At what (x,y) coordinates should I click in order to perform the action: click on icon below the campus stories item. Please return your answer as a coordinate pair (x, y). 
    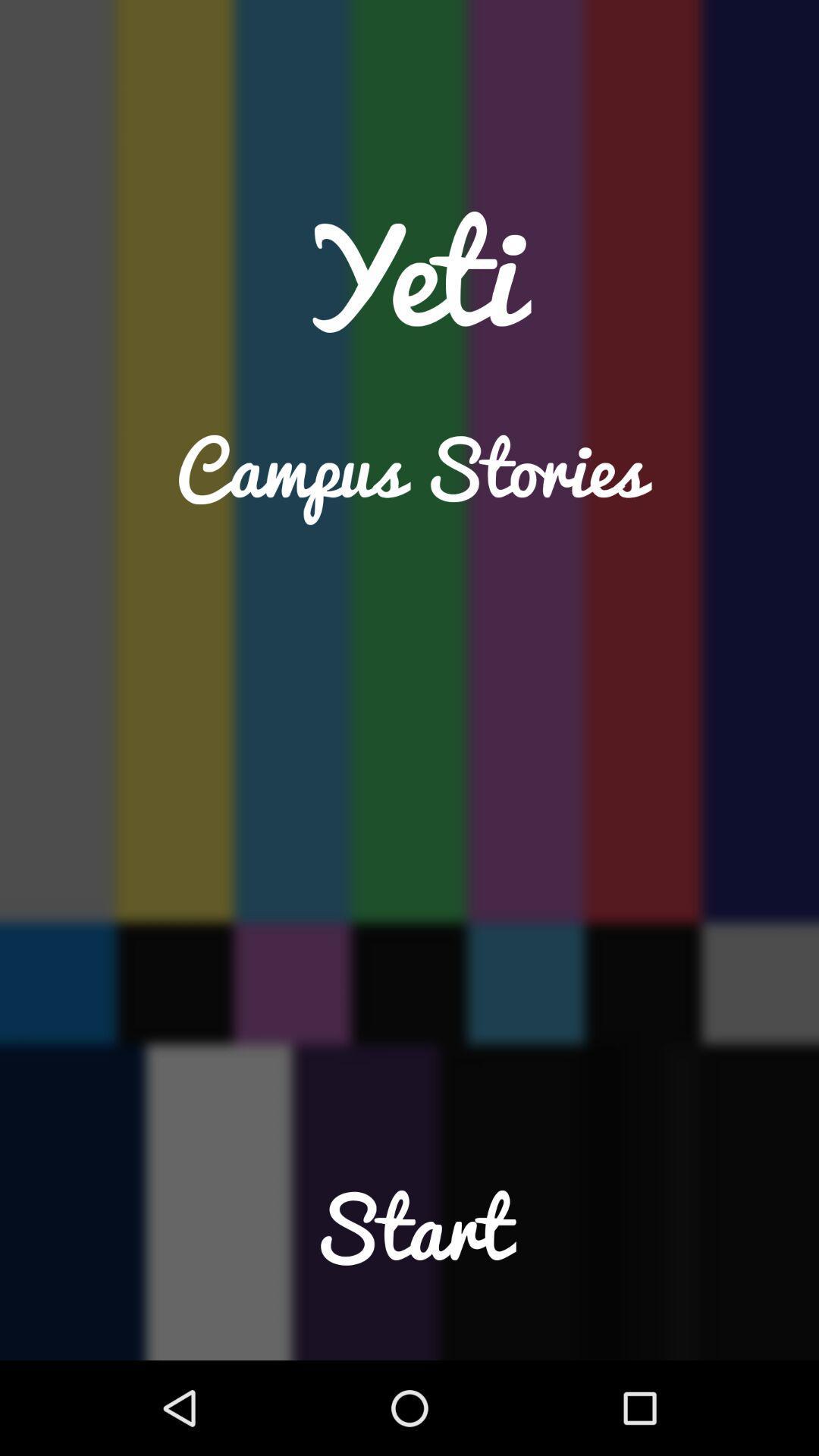
    Looking at the image, I should click on (409, 1259).